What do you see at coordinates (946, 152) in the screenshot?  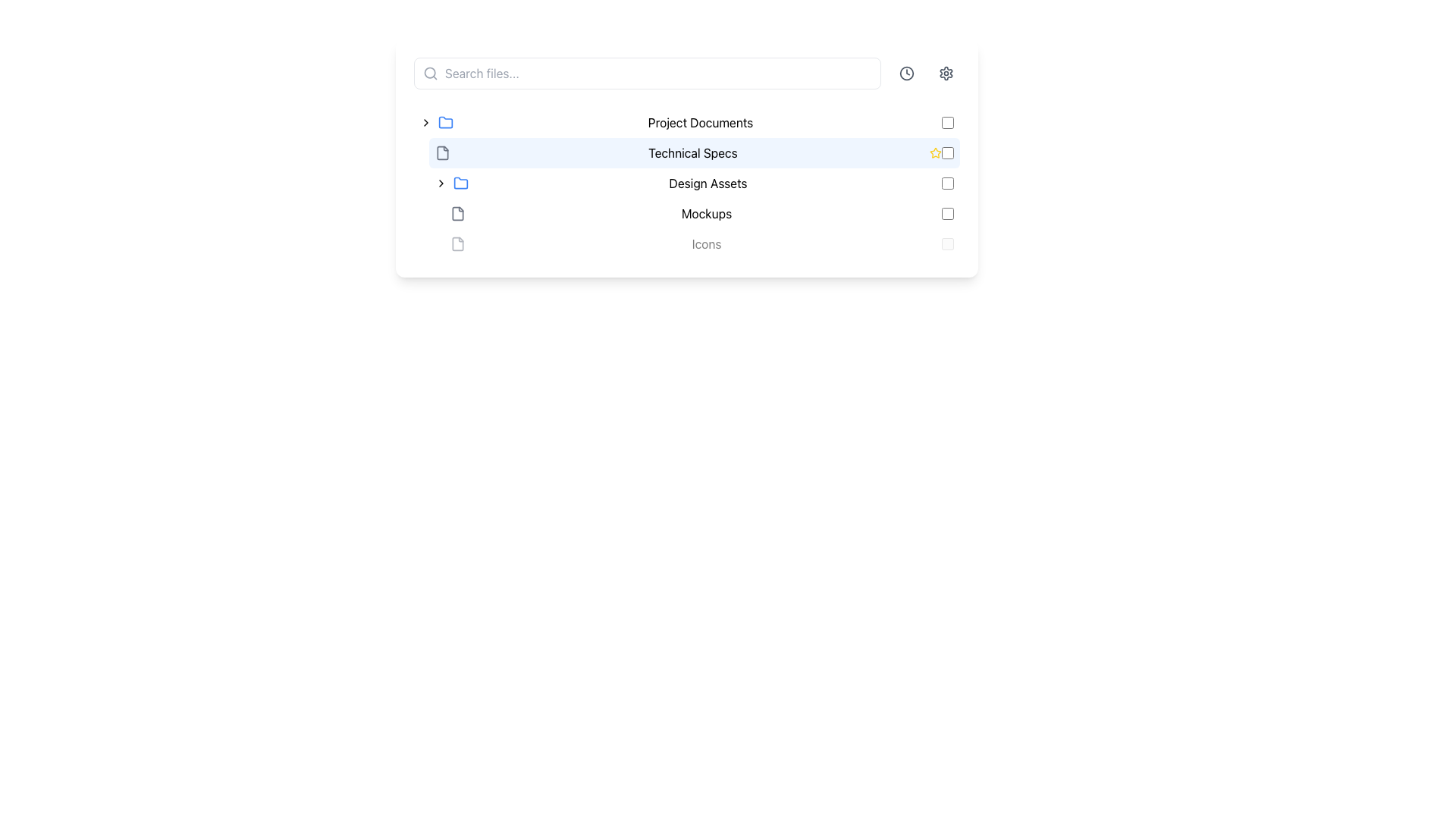 I see `over the checkbox styled as a square icon with rounded corners located in the 'Technical Specs' row` at bounding box center [946, 152].